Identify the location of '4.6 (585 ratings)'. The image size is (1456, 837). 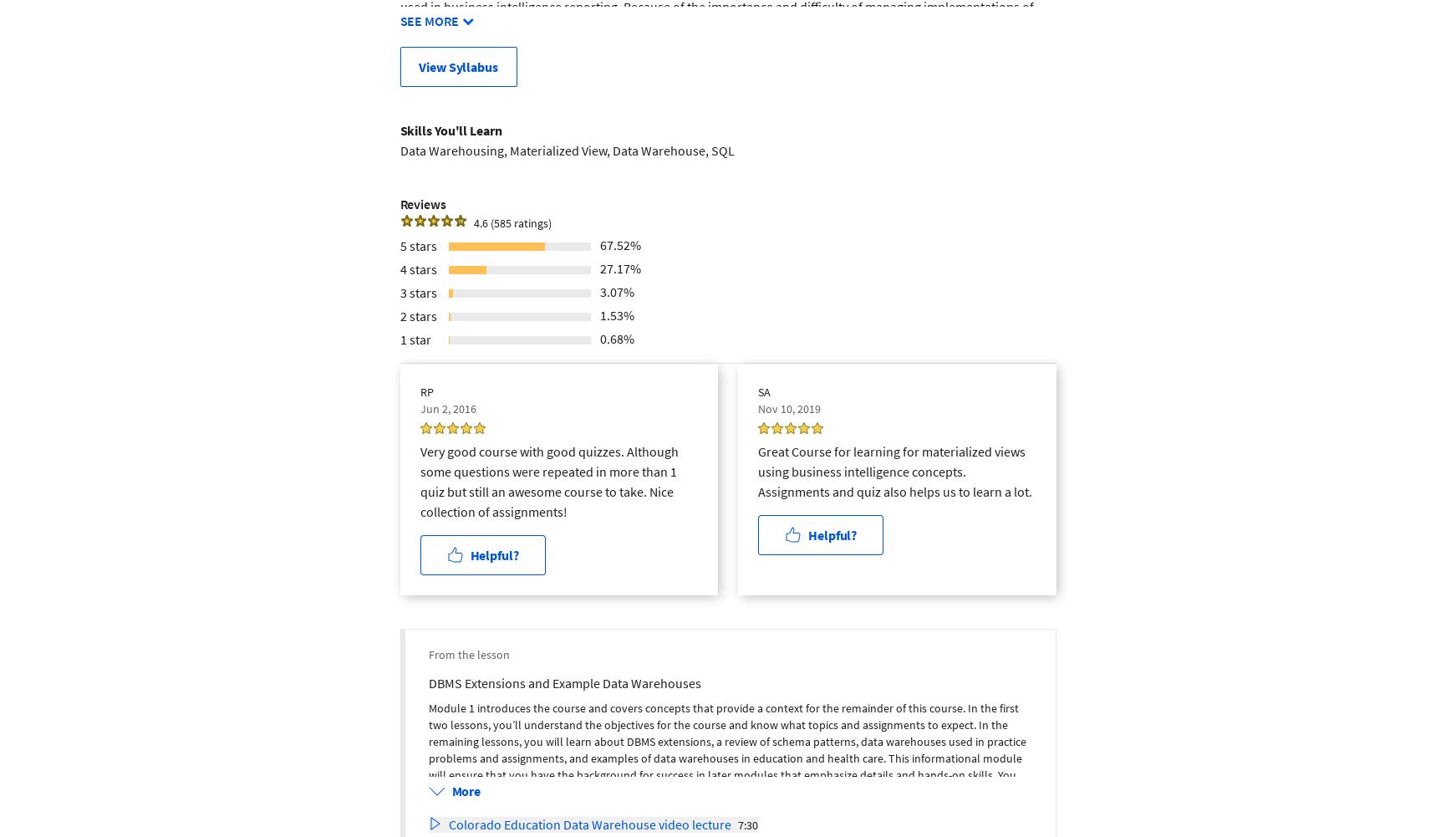
(511, 221).